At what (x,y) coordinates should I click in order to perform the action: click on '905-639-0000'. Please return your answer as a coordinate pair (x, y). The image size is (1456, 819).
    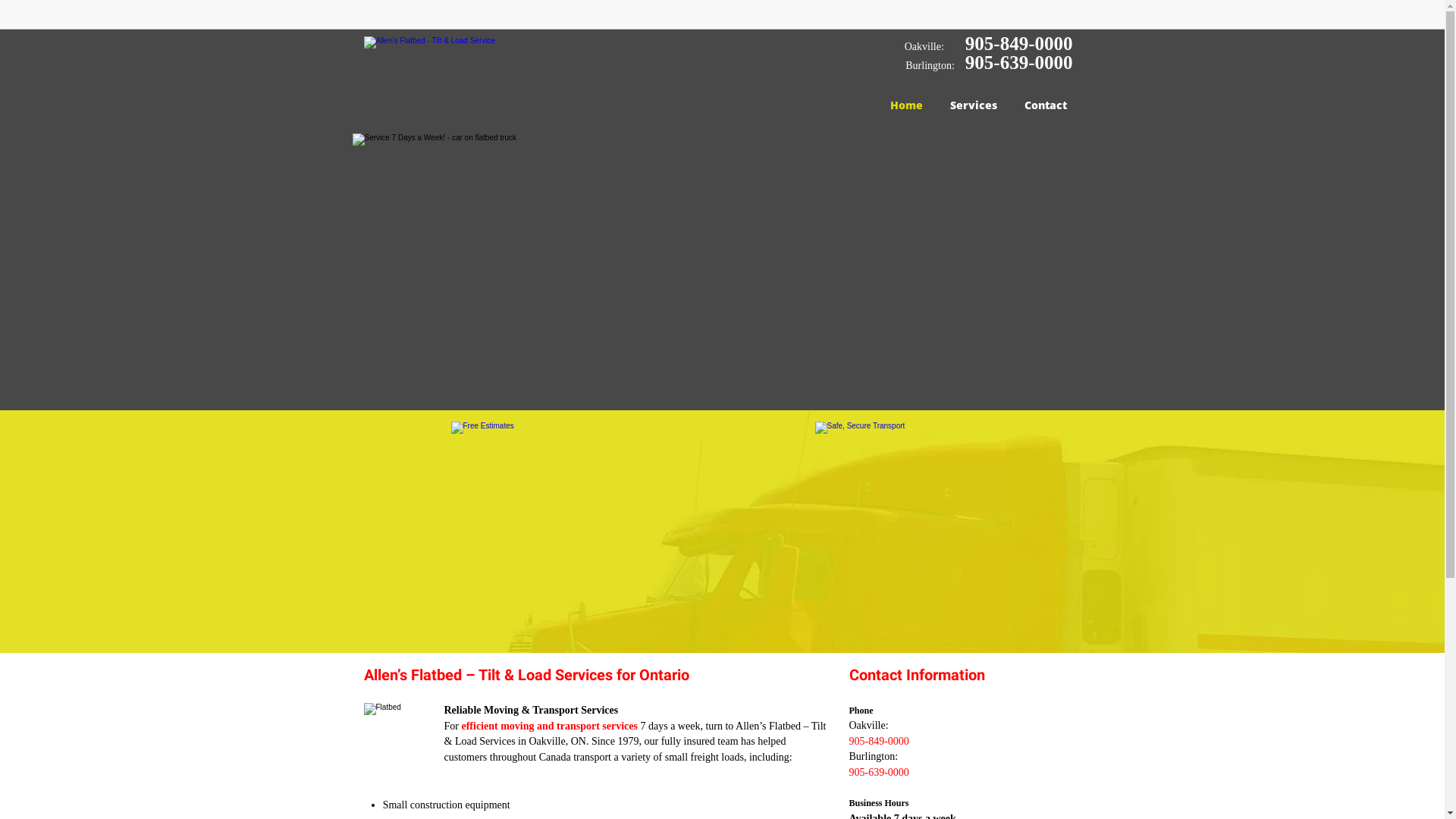
    Looking at the image, I should click on (879, 772).